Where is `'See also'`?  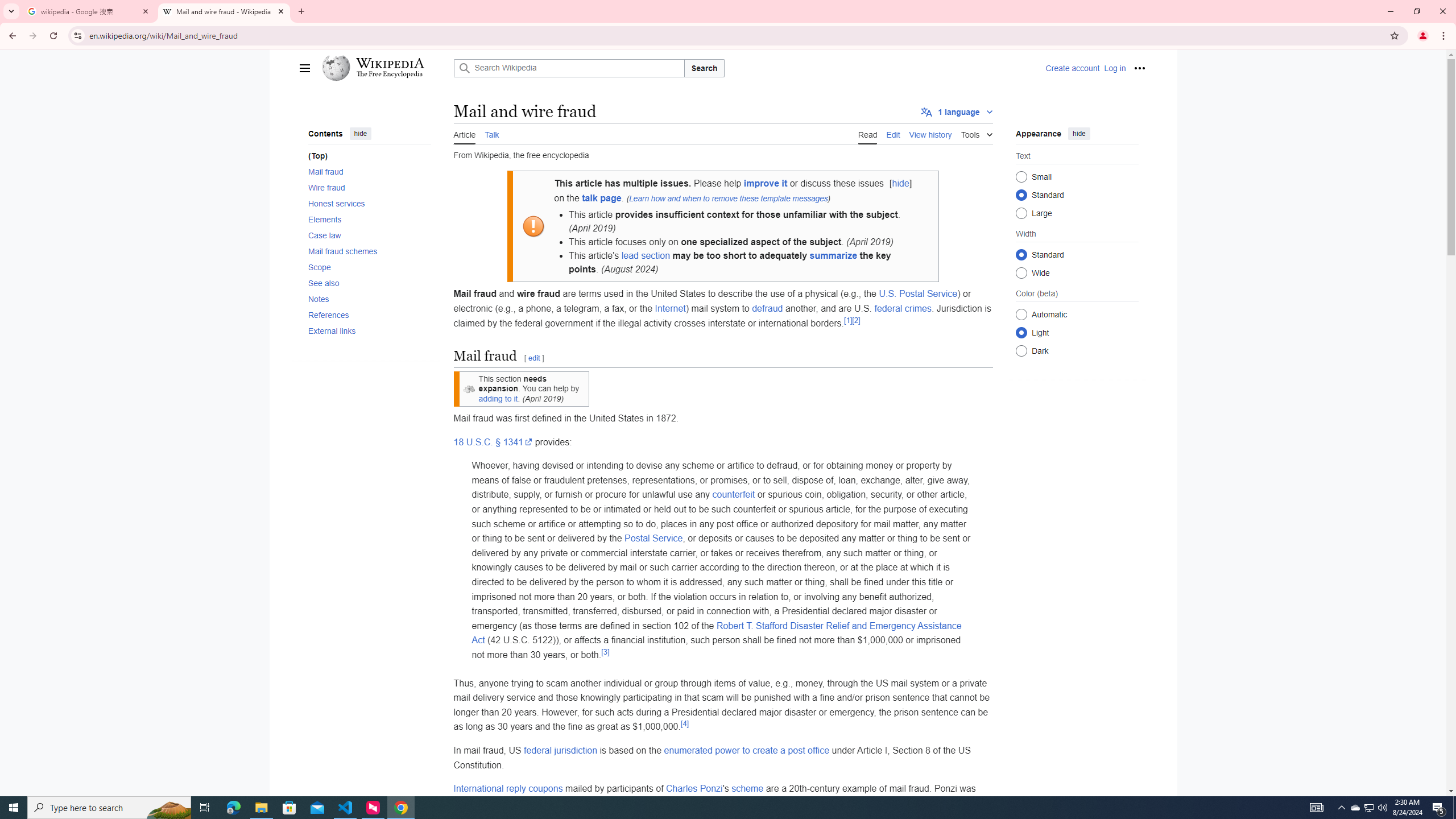
'See also' is located at coordinates (369, 283).